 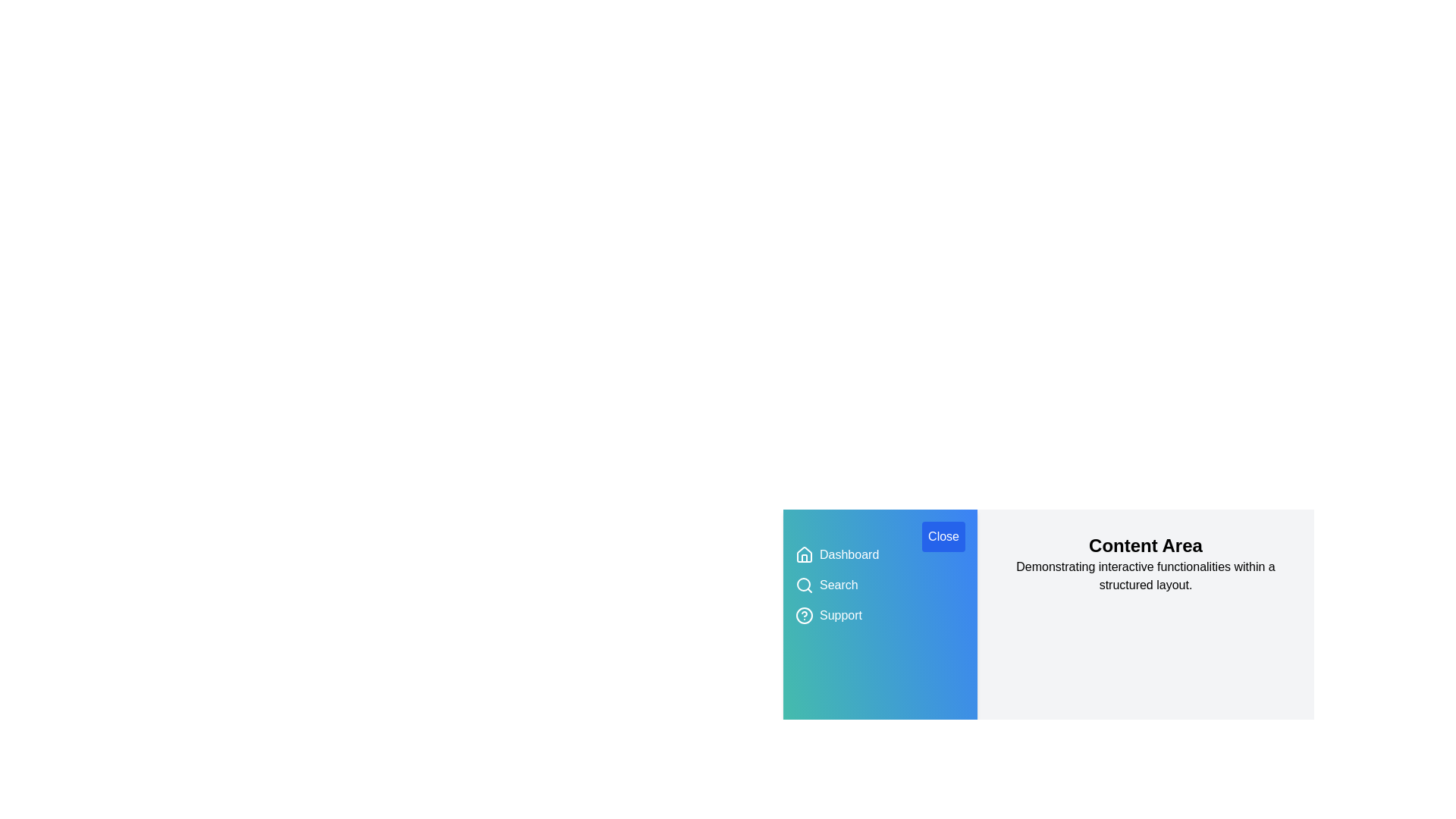 I want to click on the 'Content Area' to read the text, so click(x=1146, y=546).